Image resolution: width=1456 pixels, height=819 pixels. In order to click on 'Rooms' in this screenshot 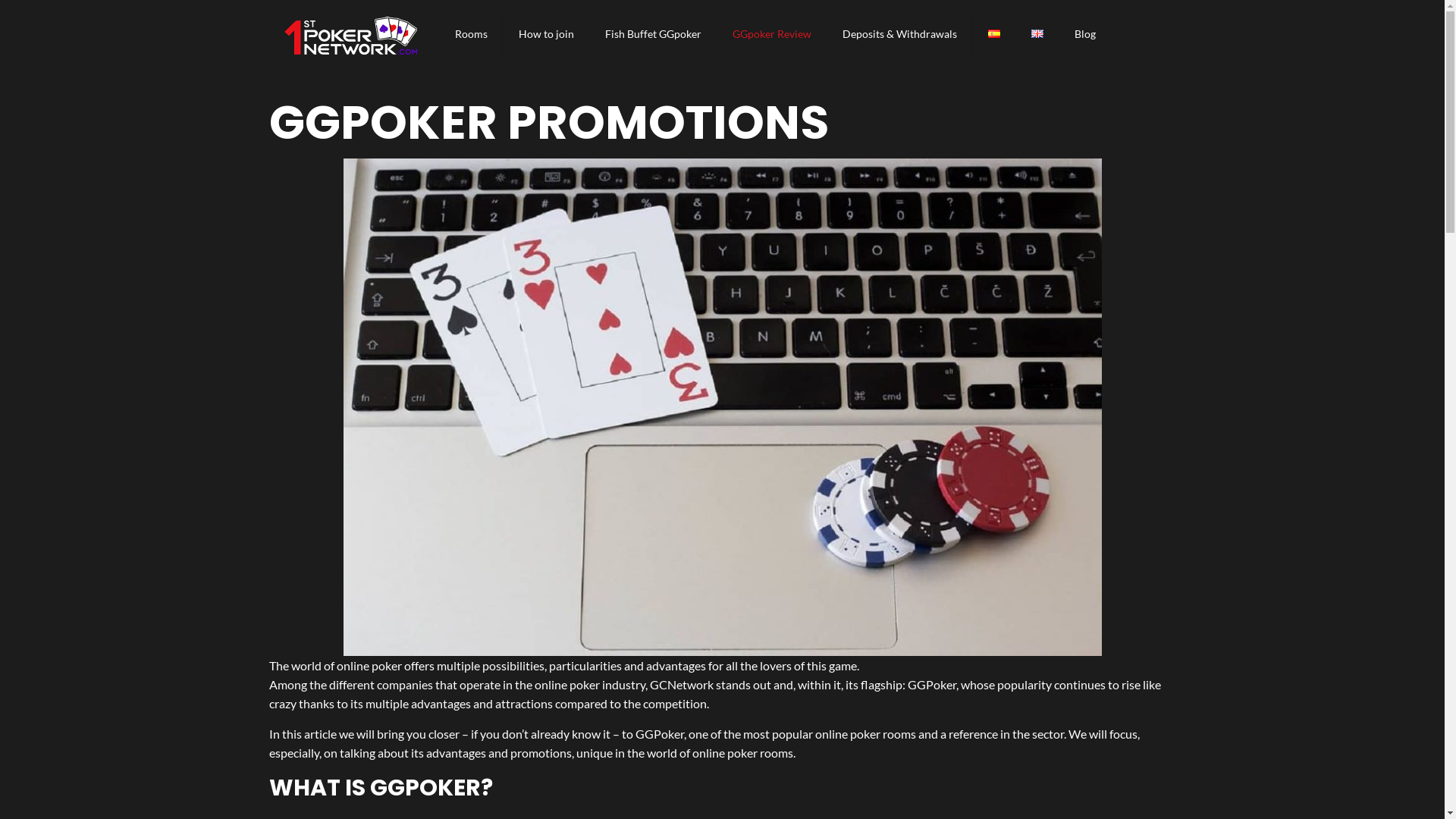, I will do `click(439, 34)`.